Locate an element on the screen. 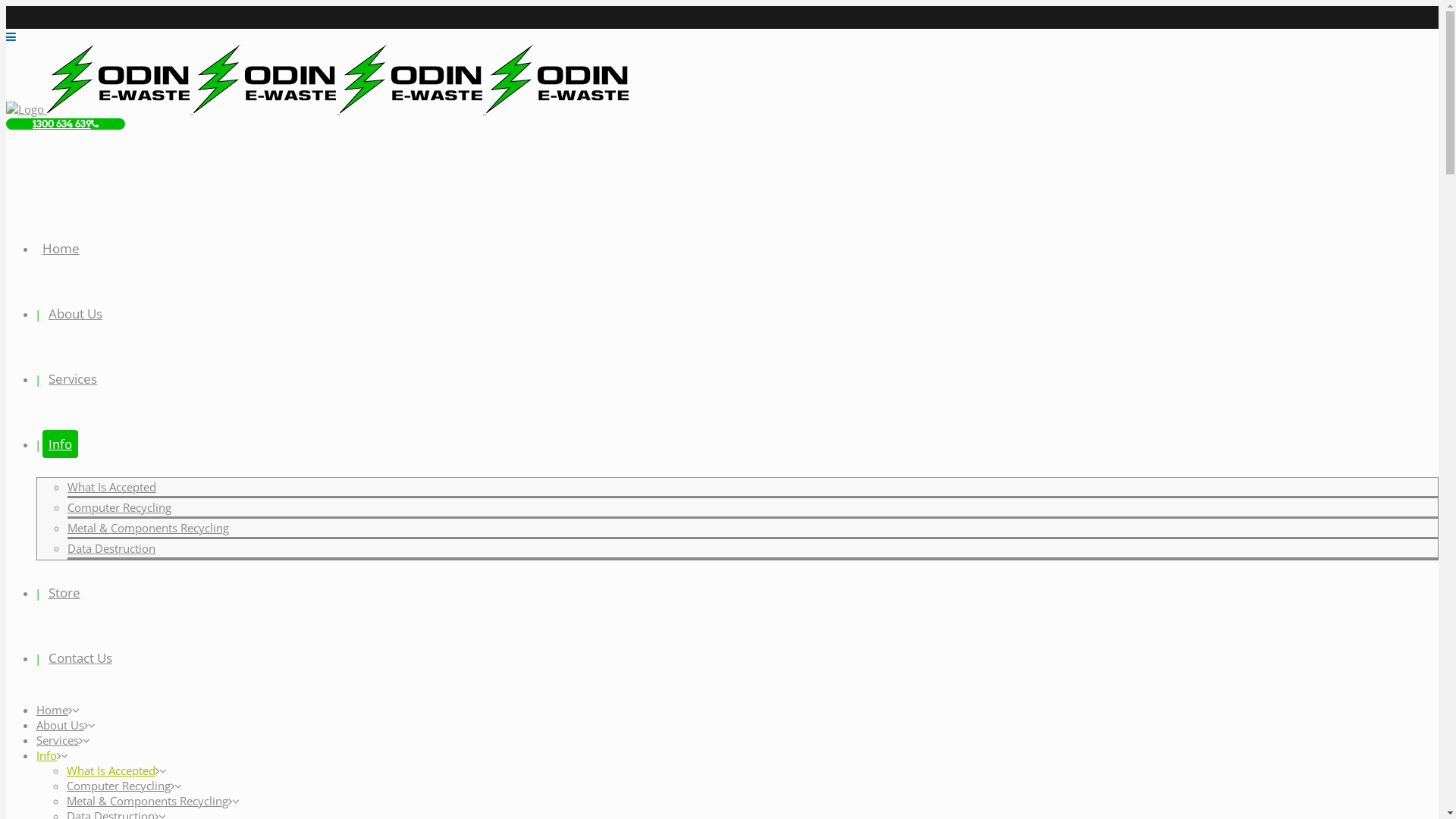  'Info' is located at coordinates (60, 444).